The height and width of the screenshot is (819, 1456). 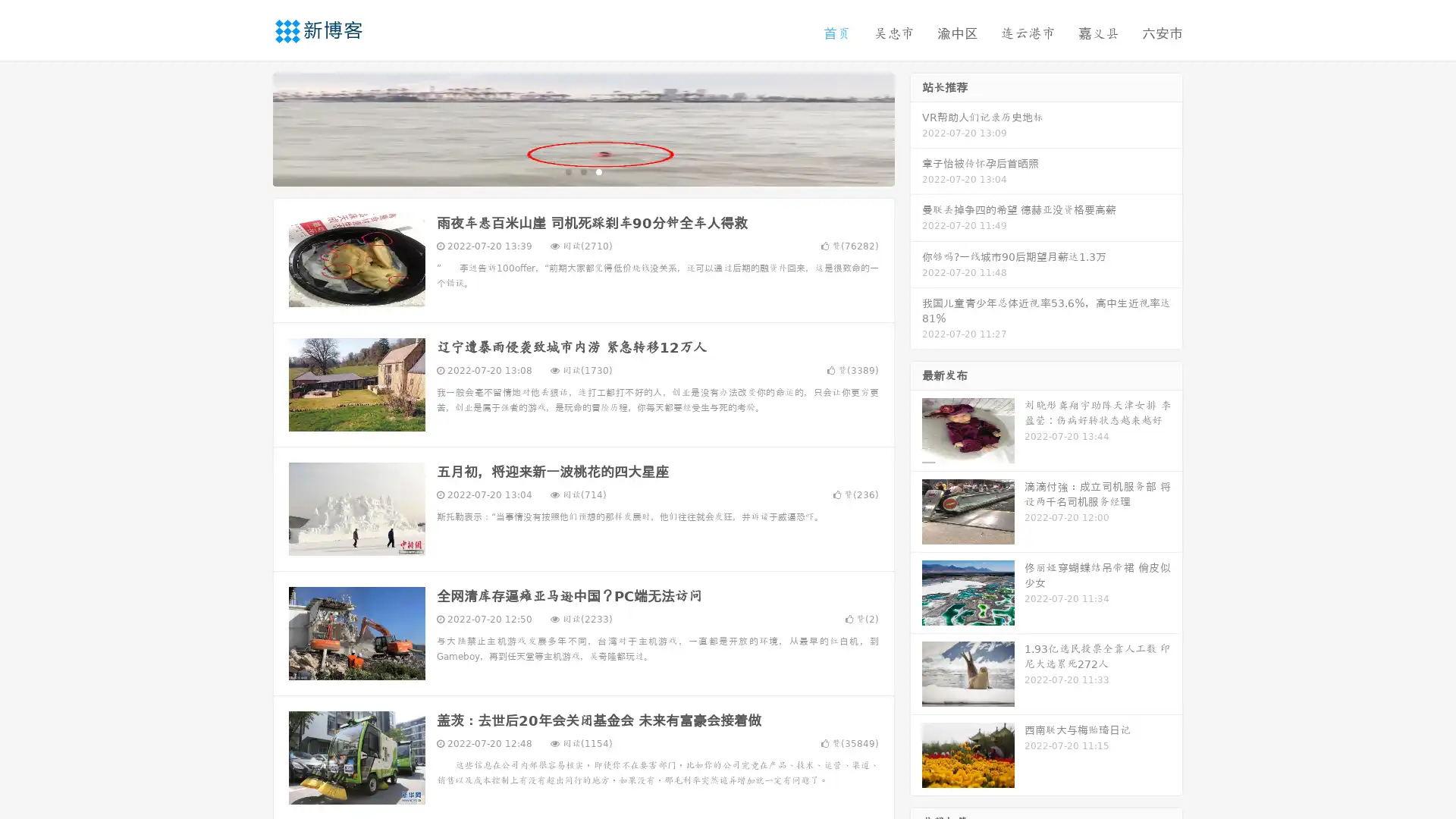 What do you see at coordinates (567, 171) in the screenshot?
I see `Go to slide 1` at bounding box center [567, 171].